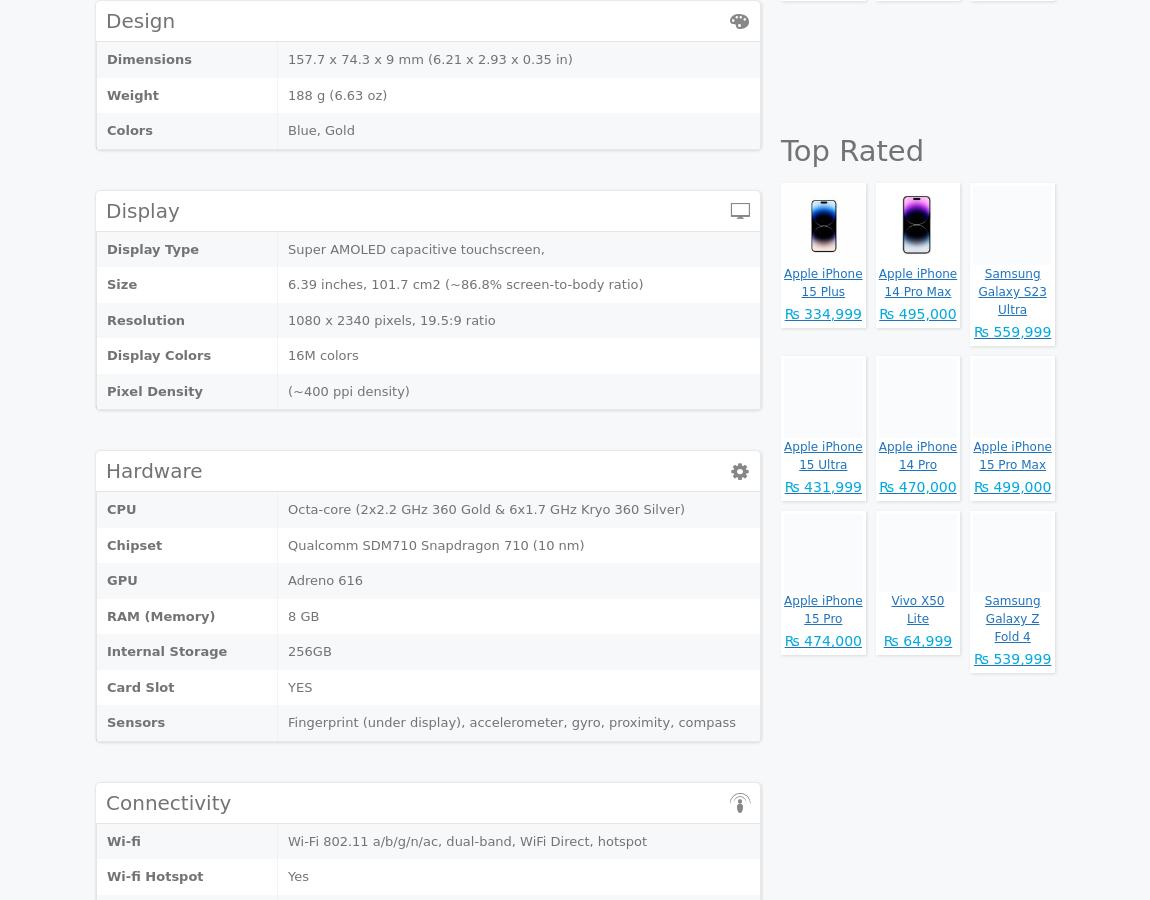  I want to click on 'Blue, Gold', so click(286, 130).